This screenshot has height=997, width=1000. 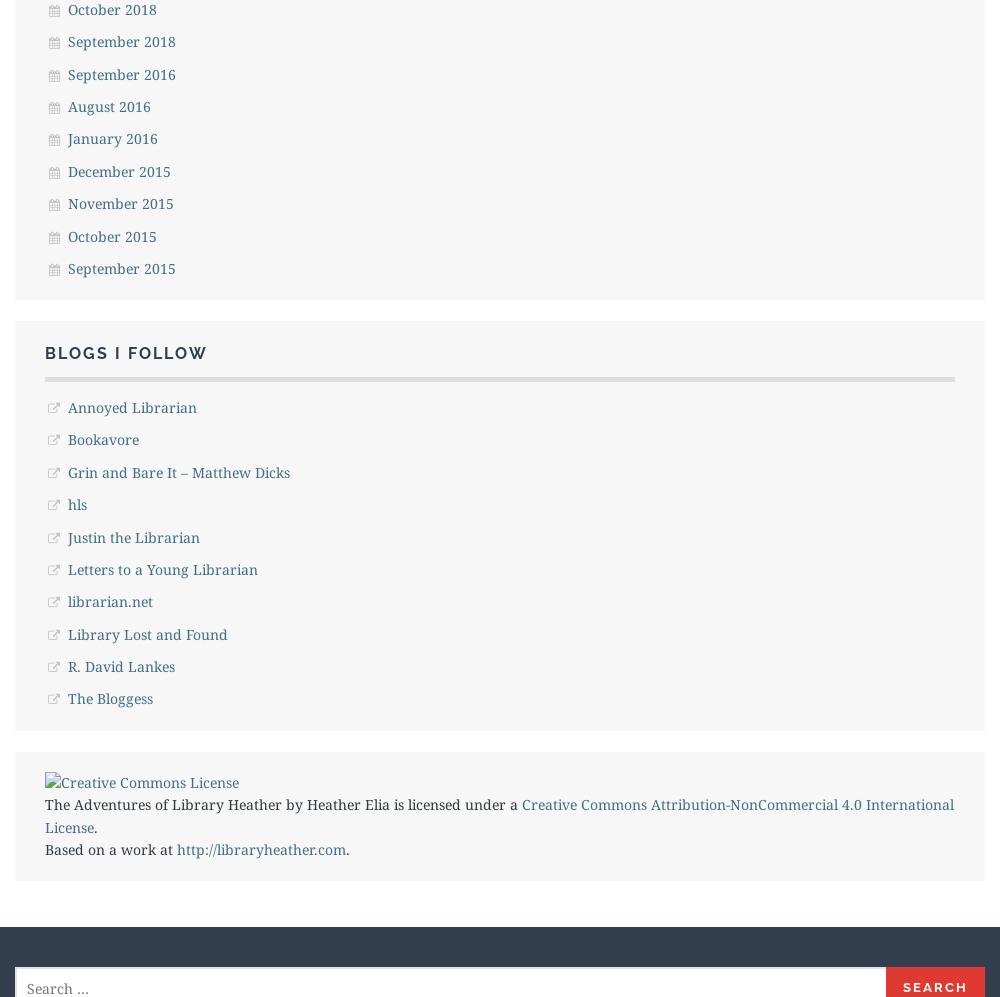 I want to click on 'Blogs I Follow', so click(x=126, y=352).